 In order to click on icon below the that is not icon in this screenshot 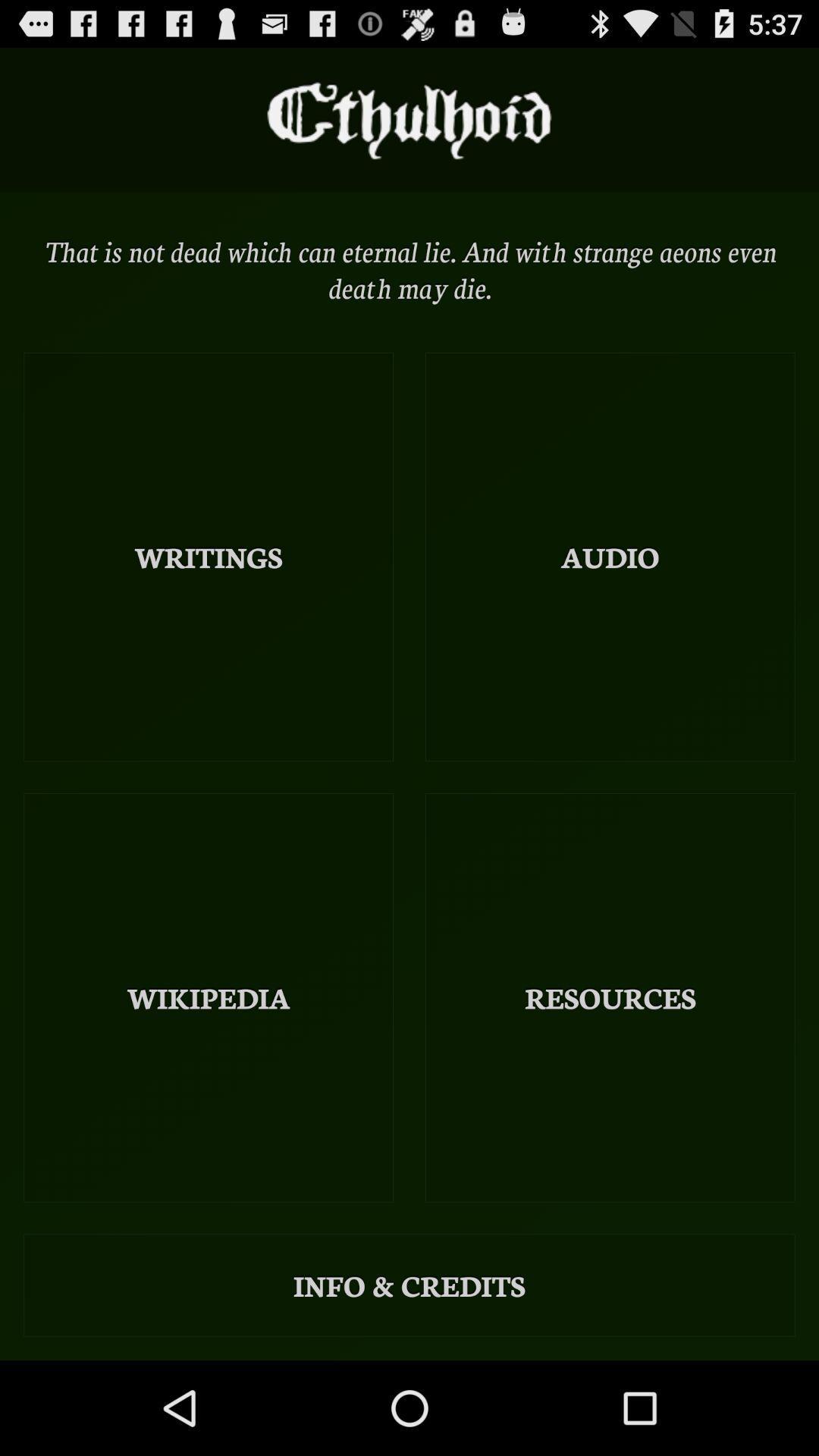, I will do `click(609, 556)`.